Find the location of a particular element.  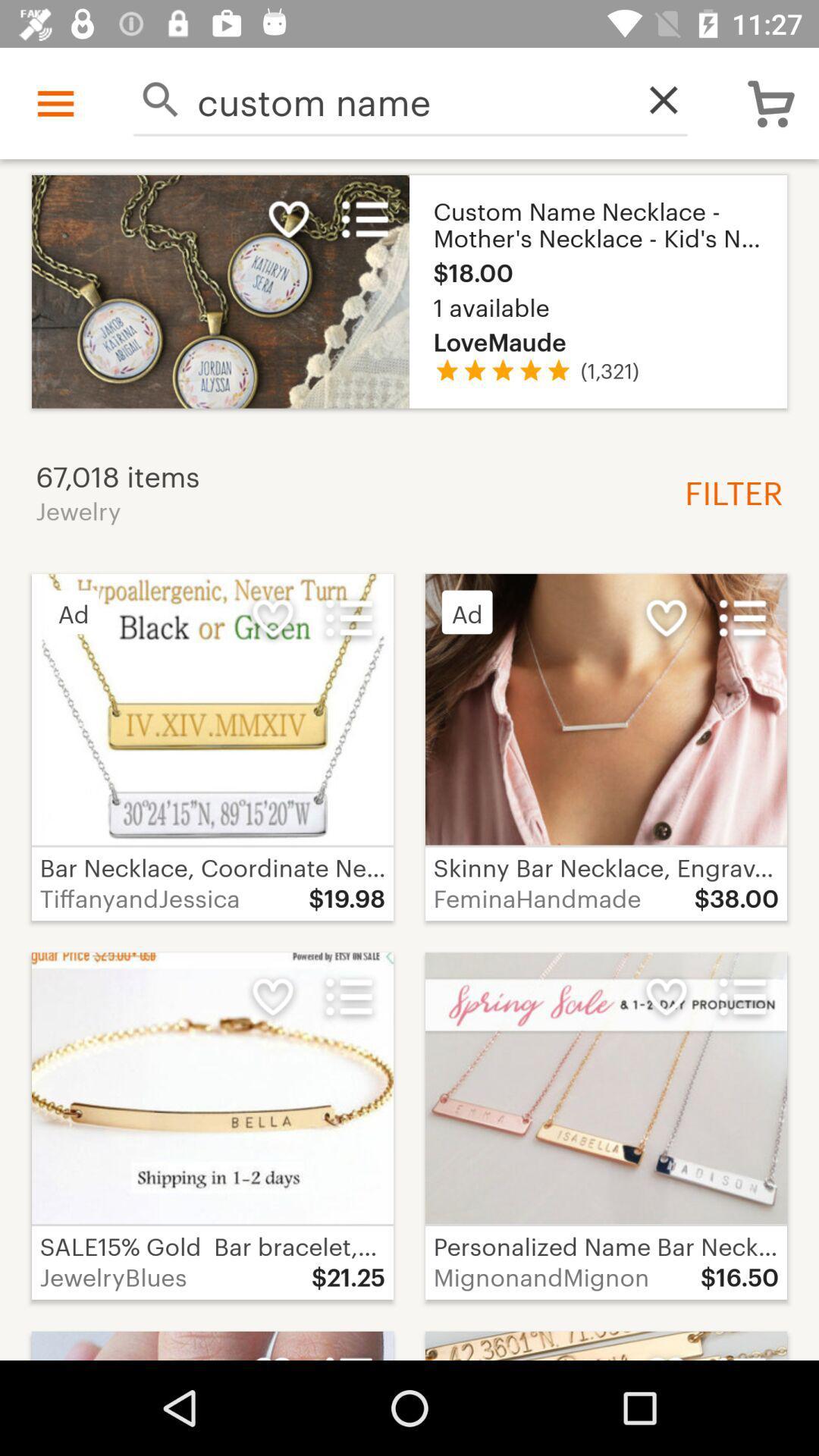

the top image is located at coordinates (409, 291).